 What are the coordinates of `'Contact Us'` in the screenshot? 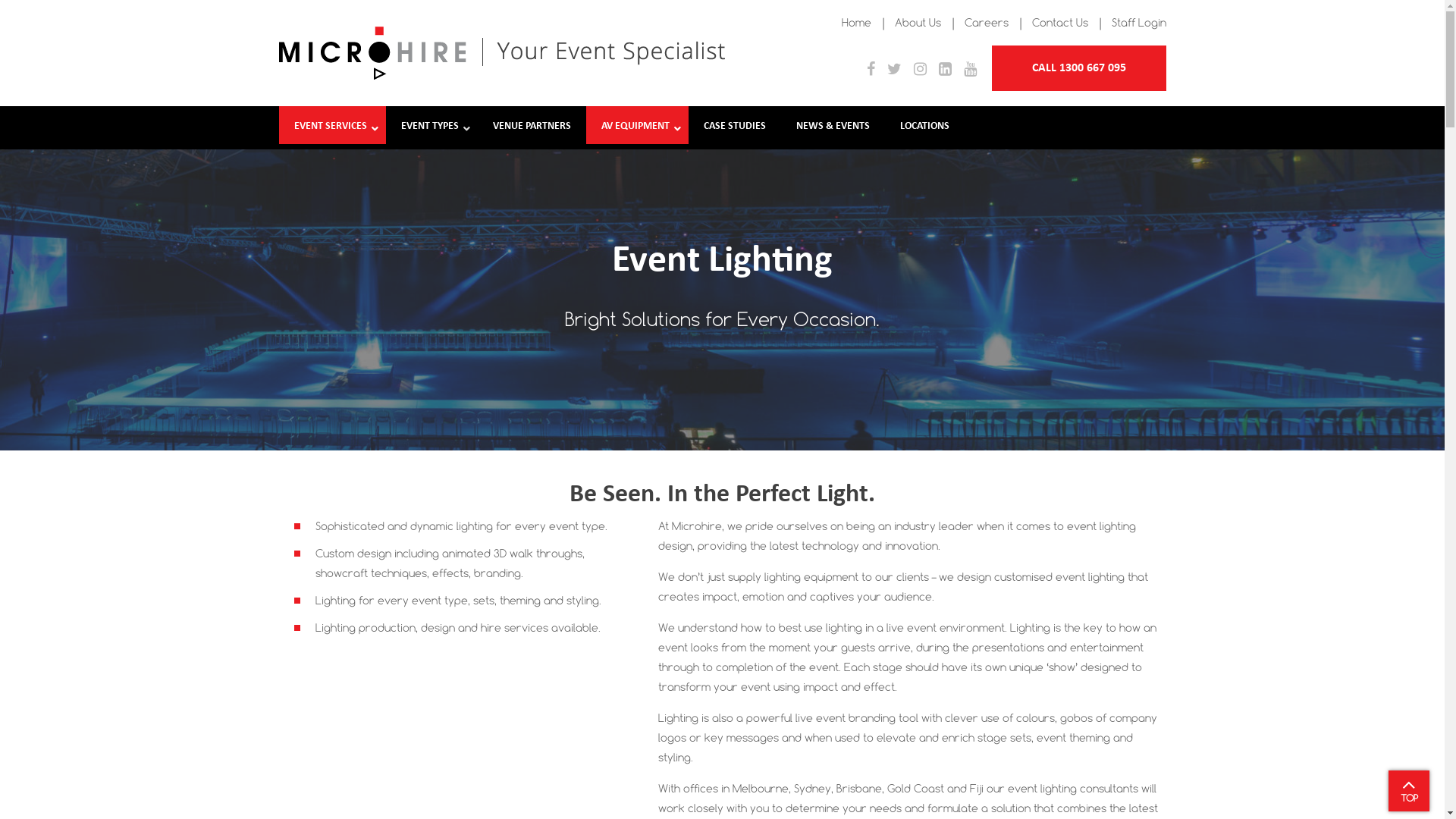 It's located at (1058, 22).